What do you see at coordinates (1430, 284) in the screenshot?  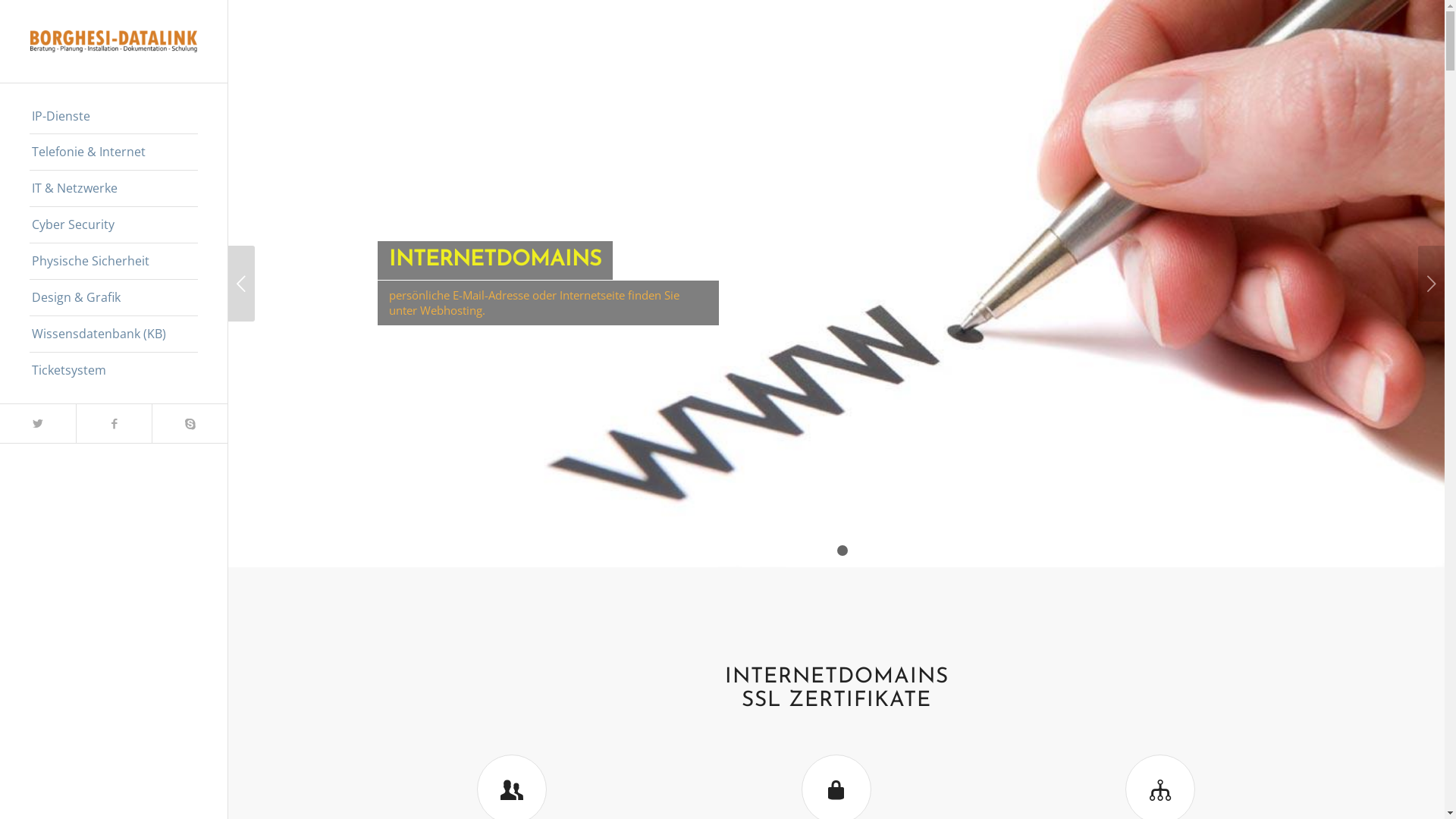 I see `'Weiter'` at bounding box center [1430, 284].